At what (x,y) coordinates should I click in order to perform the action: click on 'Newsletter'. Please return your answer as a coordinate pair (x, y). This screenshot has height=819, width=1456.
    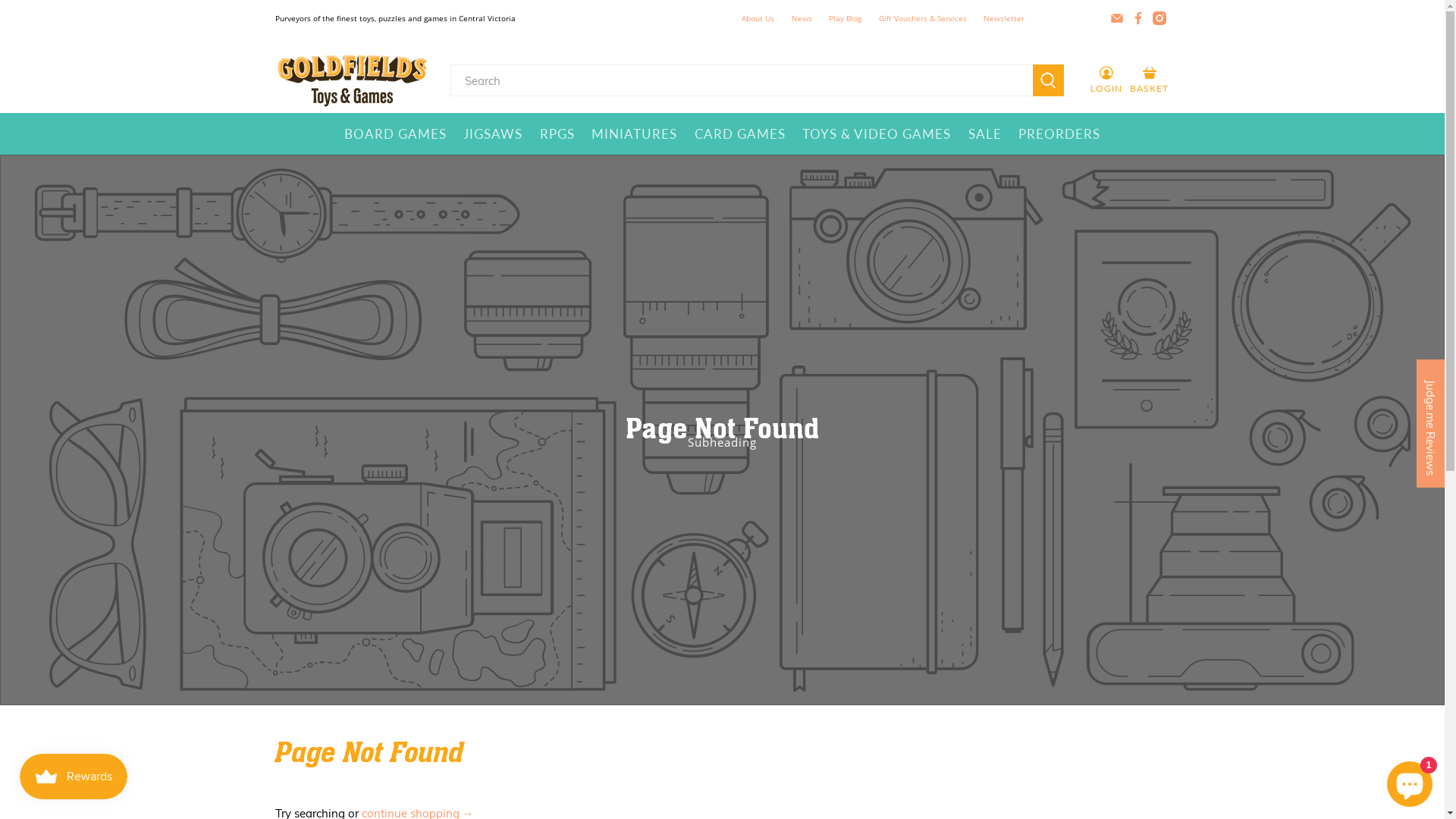
    Looking at the image, I should click on (975, 18).